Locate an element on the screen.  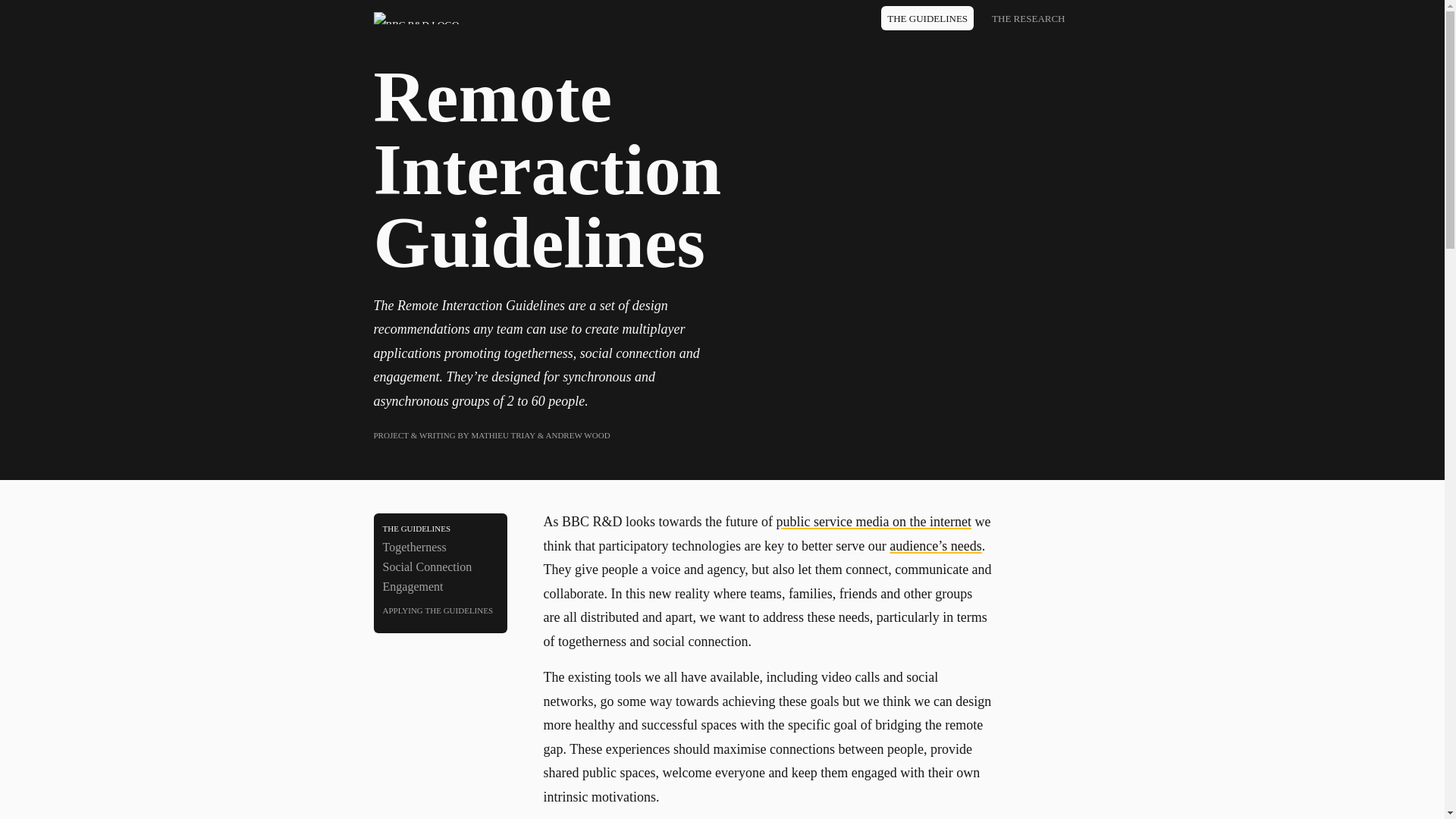
'Applying the Guidelines' is located at coordinates (439, 608).